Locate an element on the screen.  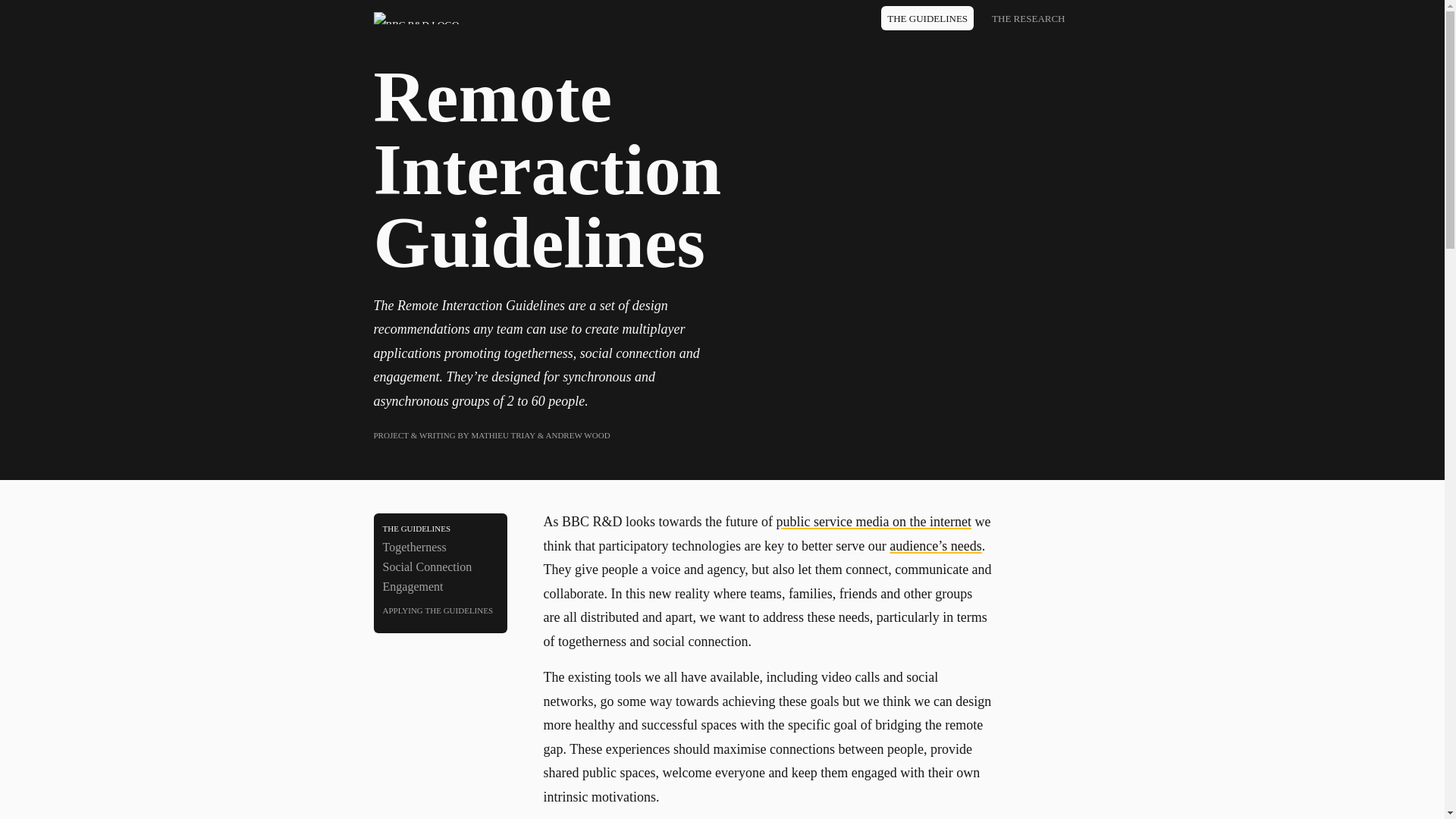
'Applying the Guidelines' is located at coordinates (439, 608).